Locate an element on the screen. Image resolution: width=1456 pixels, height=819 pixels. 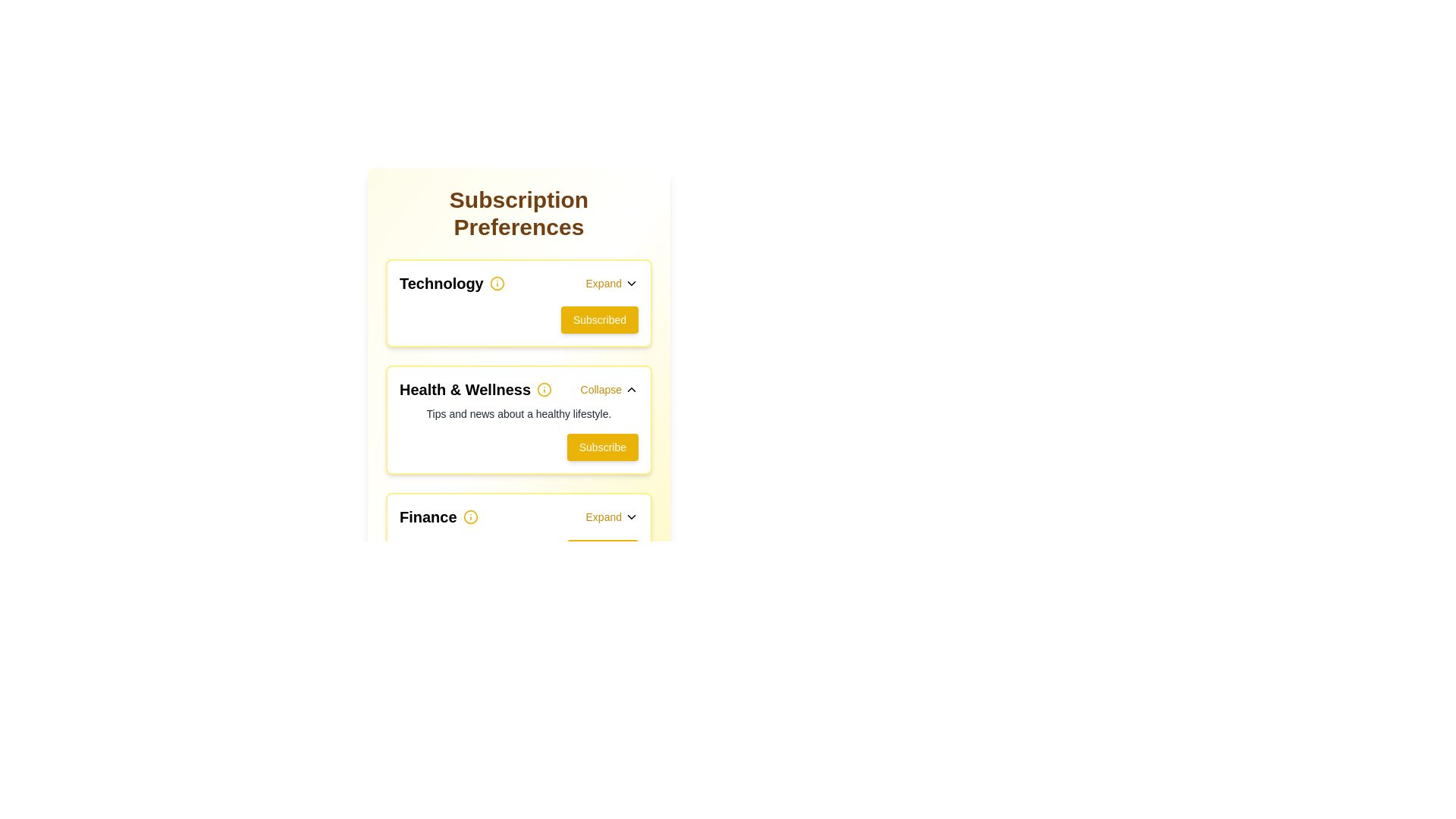
informational icon with a yellow border and white interior, located in the 'Health & Wellness' section, to the right of the section's title text is located at coordinates (544, 388).